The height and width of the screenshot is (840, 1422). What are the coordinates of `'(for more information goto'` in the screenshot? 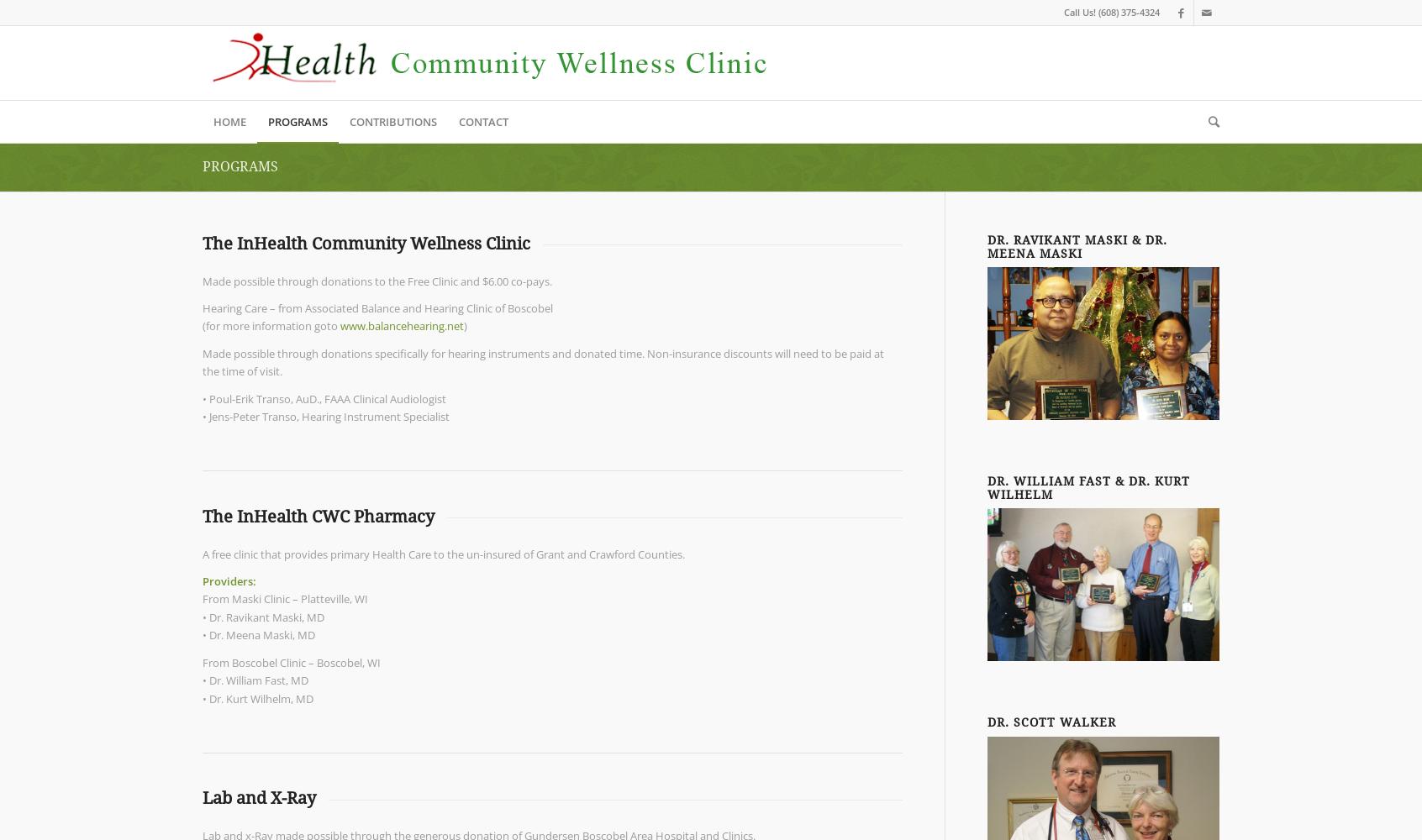 It's located at (271, 326).